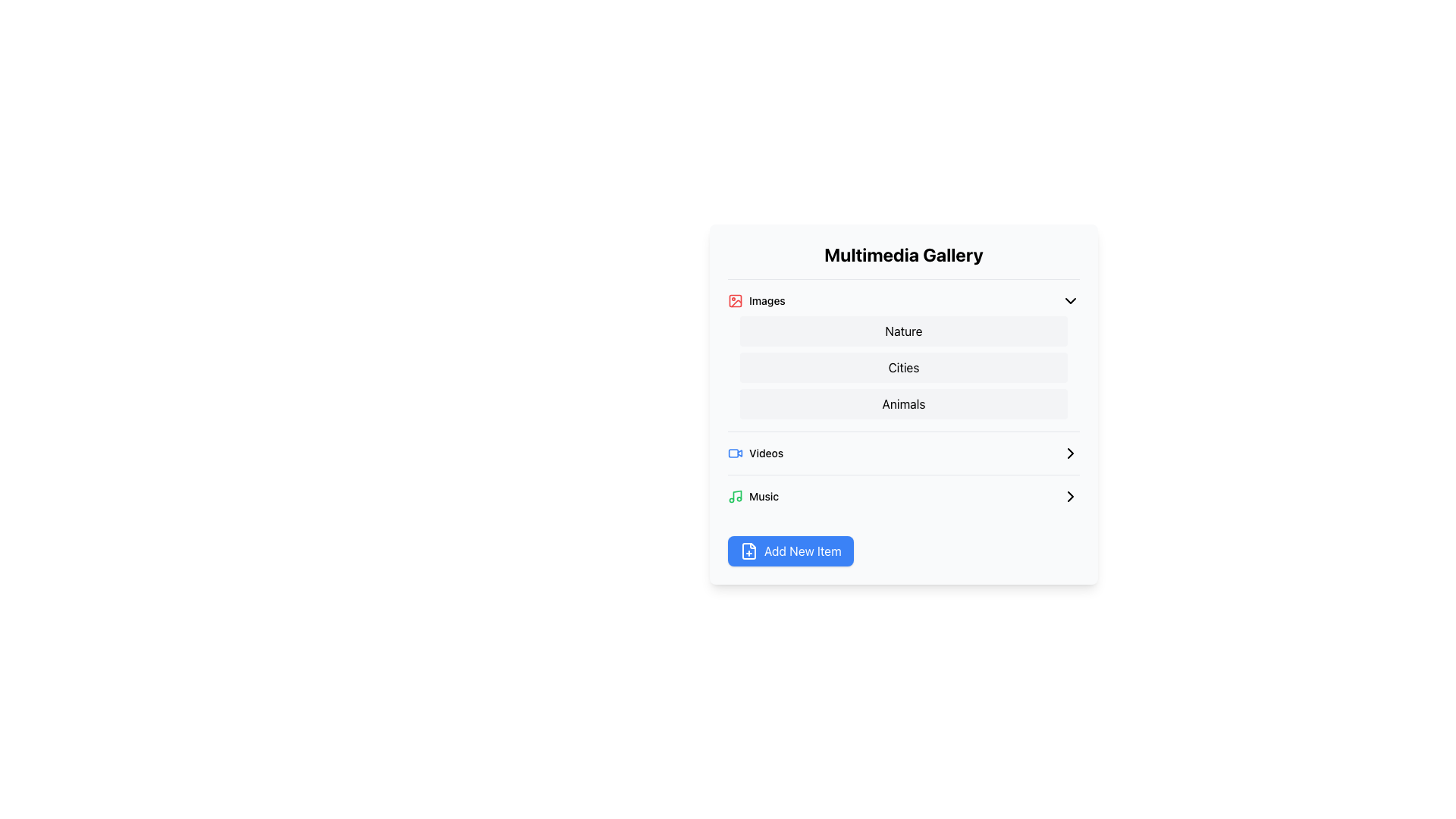  What do you see at coordinates (1069, 497) in the screenshot?
I see `the rightward-facing arrow icon located at the far right of the 'Music' row` at bounding box center [1069, 497].